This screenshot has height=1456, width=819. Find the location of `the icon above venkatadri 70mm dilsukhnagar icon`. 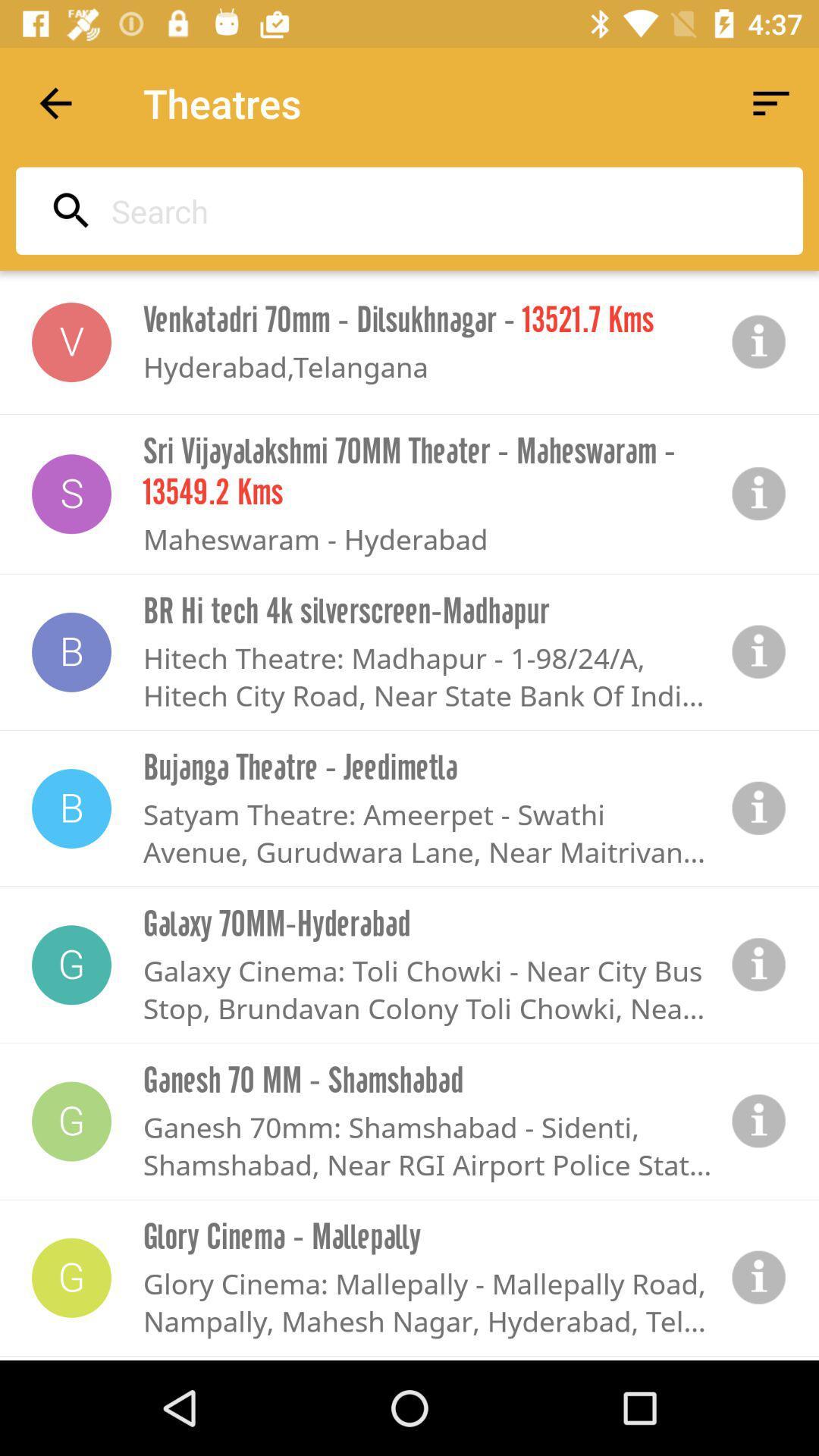

the icon above venkatadri 70mm dilsukhnagar icon is located at coordinates (404, 210).